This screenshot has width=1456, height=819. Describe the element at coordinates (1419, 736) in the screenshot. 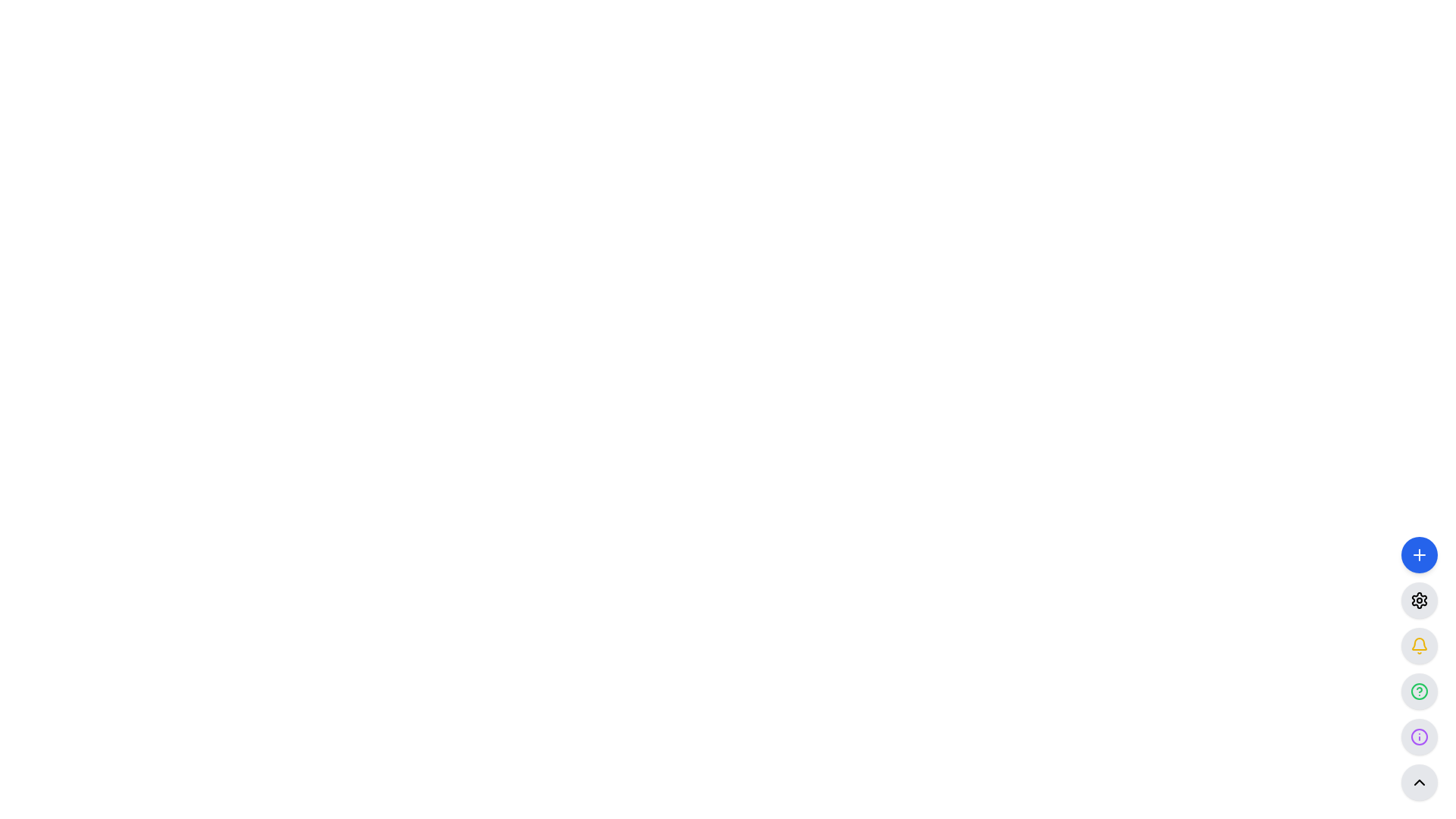

I see `the outer purple circular boundary of the SVG graphic located in the bottom right corner of the application interface, which is the fifth icon from the top in the vertical toolbar` at that location.